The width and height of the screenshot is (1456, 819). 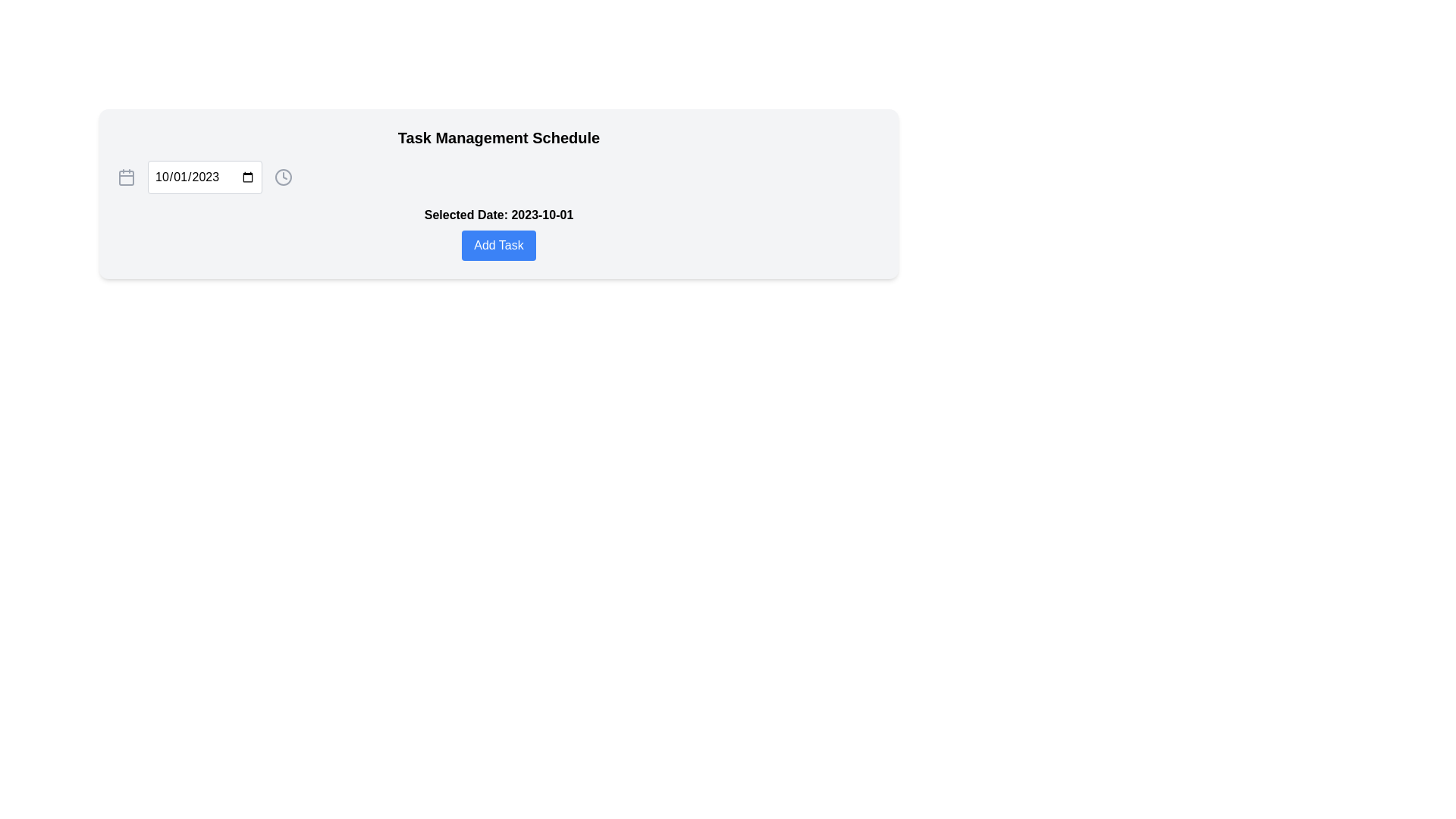 What do you see at coordinates (284, 177) in the screenshot?
I see `the SVG Circle Graphic element, which is a circular component with a thin stroke, located near the center of a clock-like icon` at bounding box center [284, 177].